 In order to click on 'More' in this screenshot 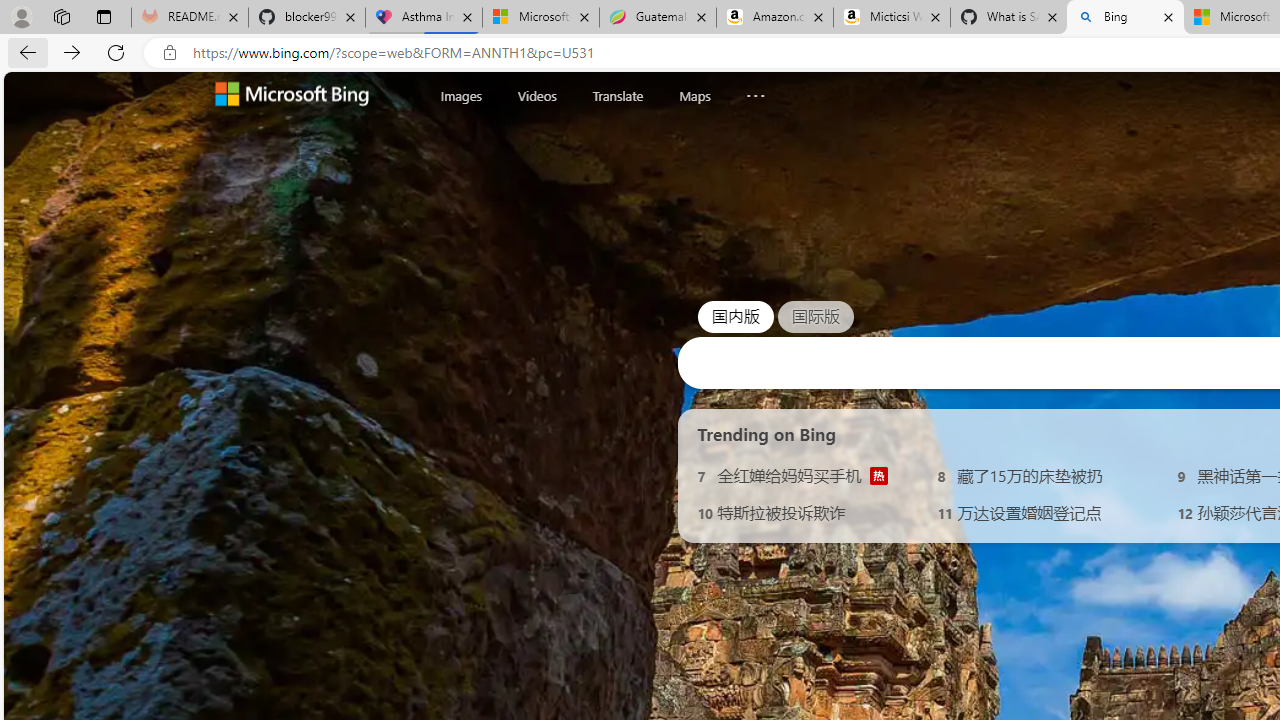, I will do `click(754, 91)`.